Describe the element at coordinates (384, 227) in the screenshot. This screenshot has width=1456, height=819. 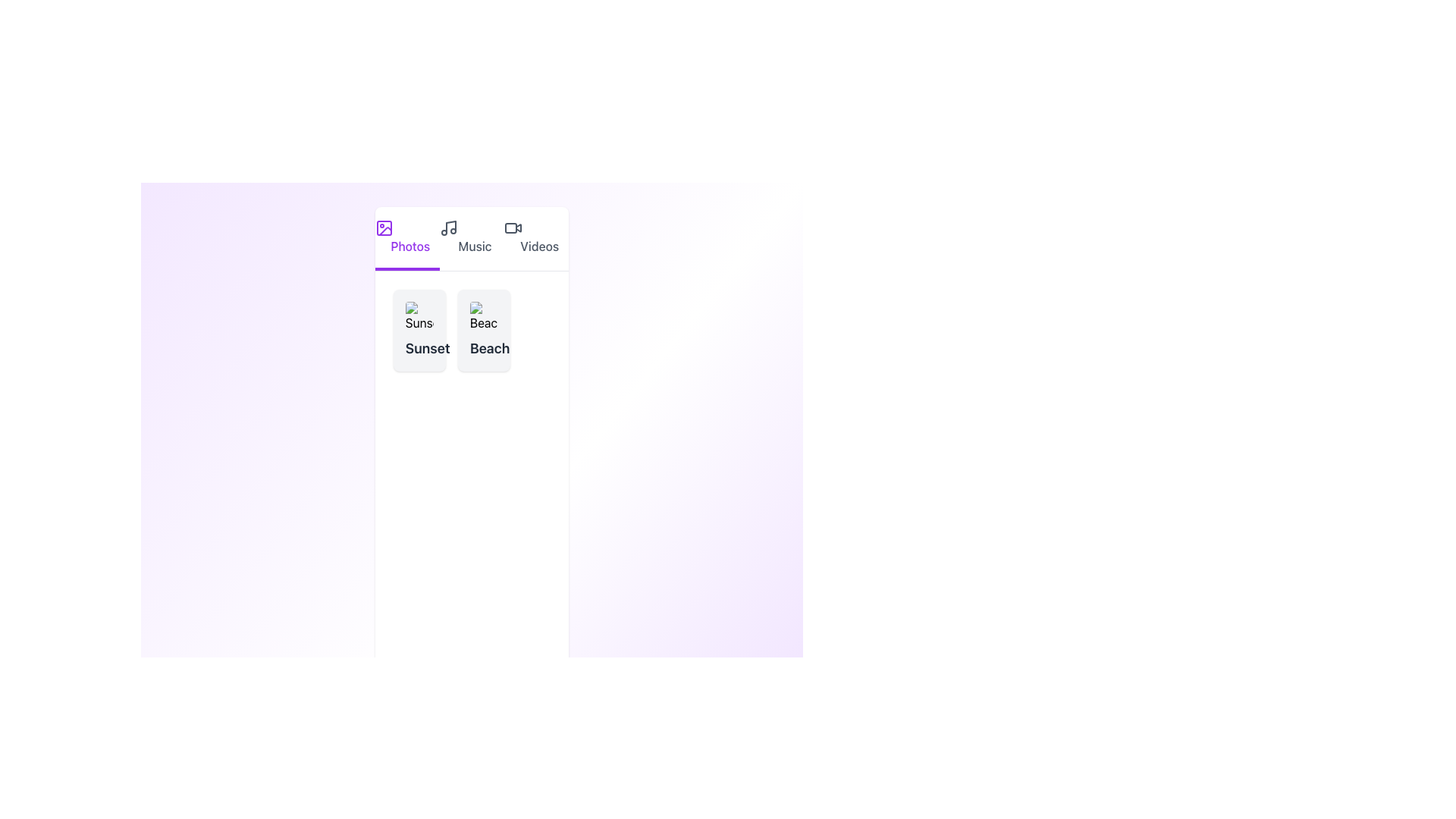
I see `the small rectangular shape with rounded corners inside the SVG icon representing an image, located to the left of the 'Photos' text in the navigation bar` at that location.